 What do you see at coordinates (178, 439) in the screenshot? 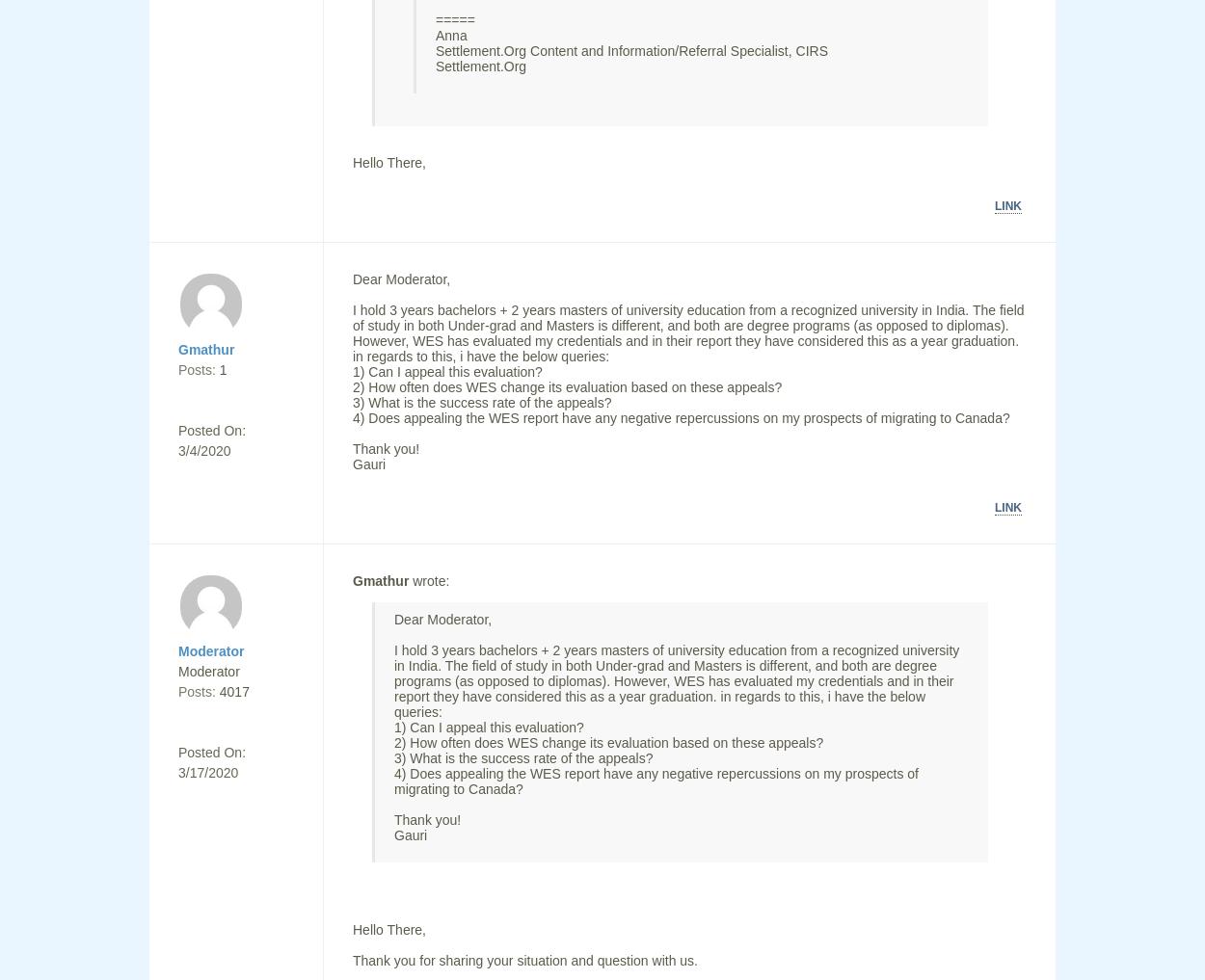
I see `'Posted On: 3/4/2020'` at bounding box center [178, 439].